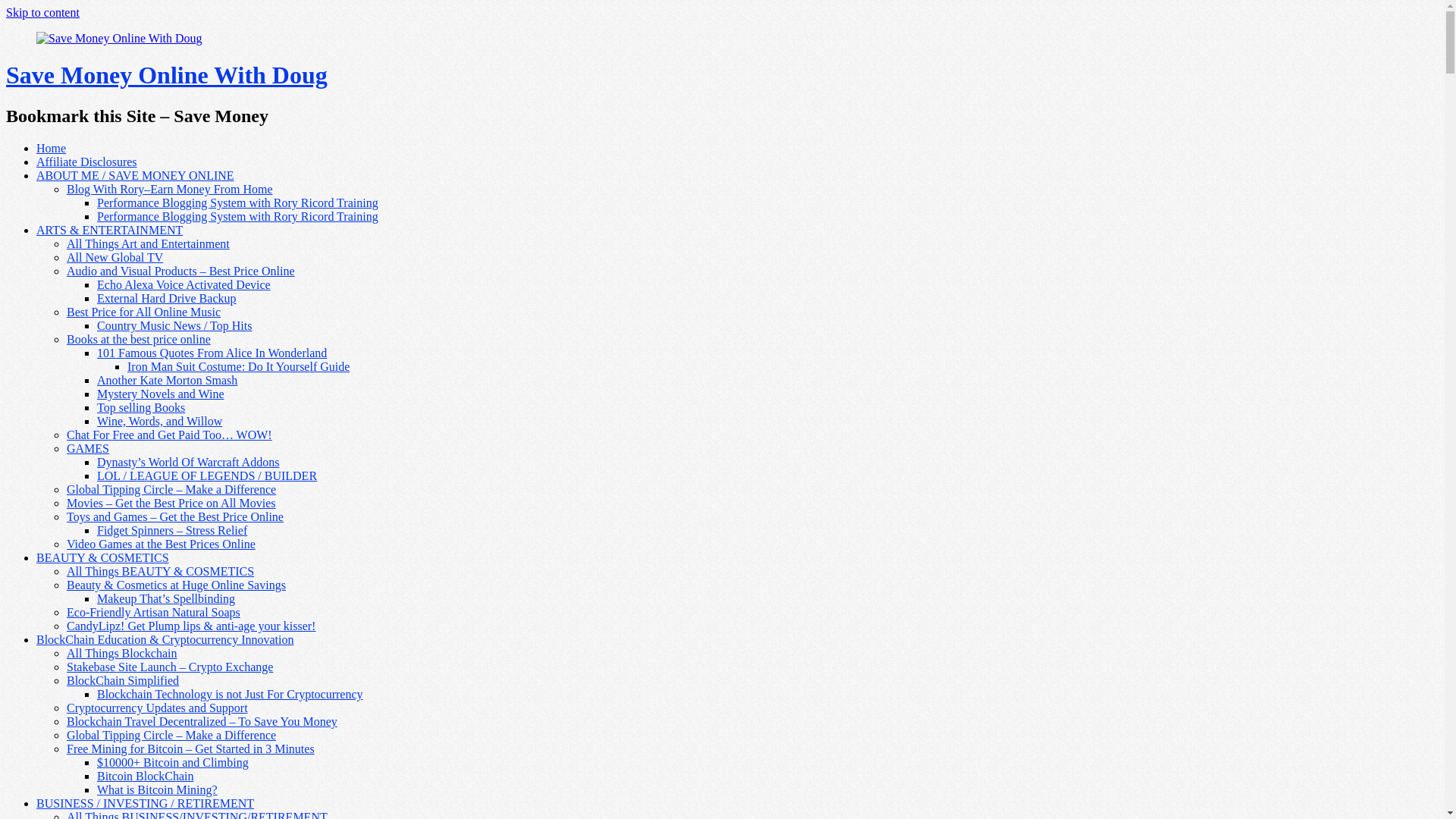 The height and width of the screenshot is (819, 1456). I want to click on 'Iron Man Suit Costume: Do It Yourself Guide', so click(237, 366).